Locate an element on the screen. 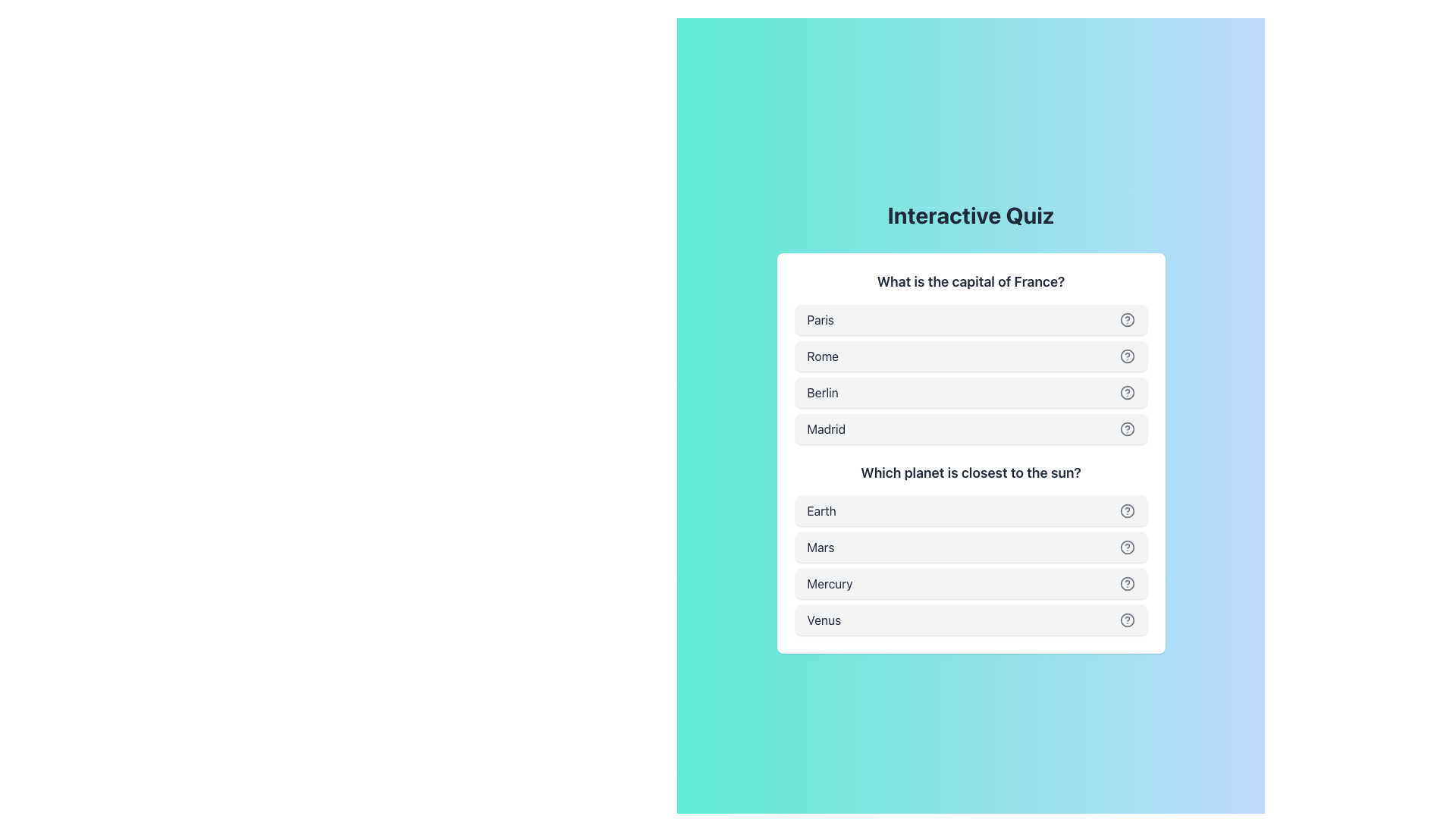 This screenshot has width=1456, height=819. the information button, represented as a circular help icon with a question mark, located to the right of the 'Mars' option in the multiple-choice question interface is located at coordinates (1127, 547).